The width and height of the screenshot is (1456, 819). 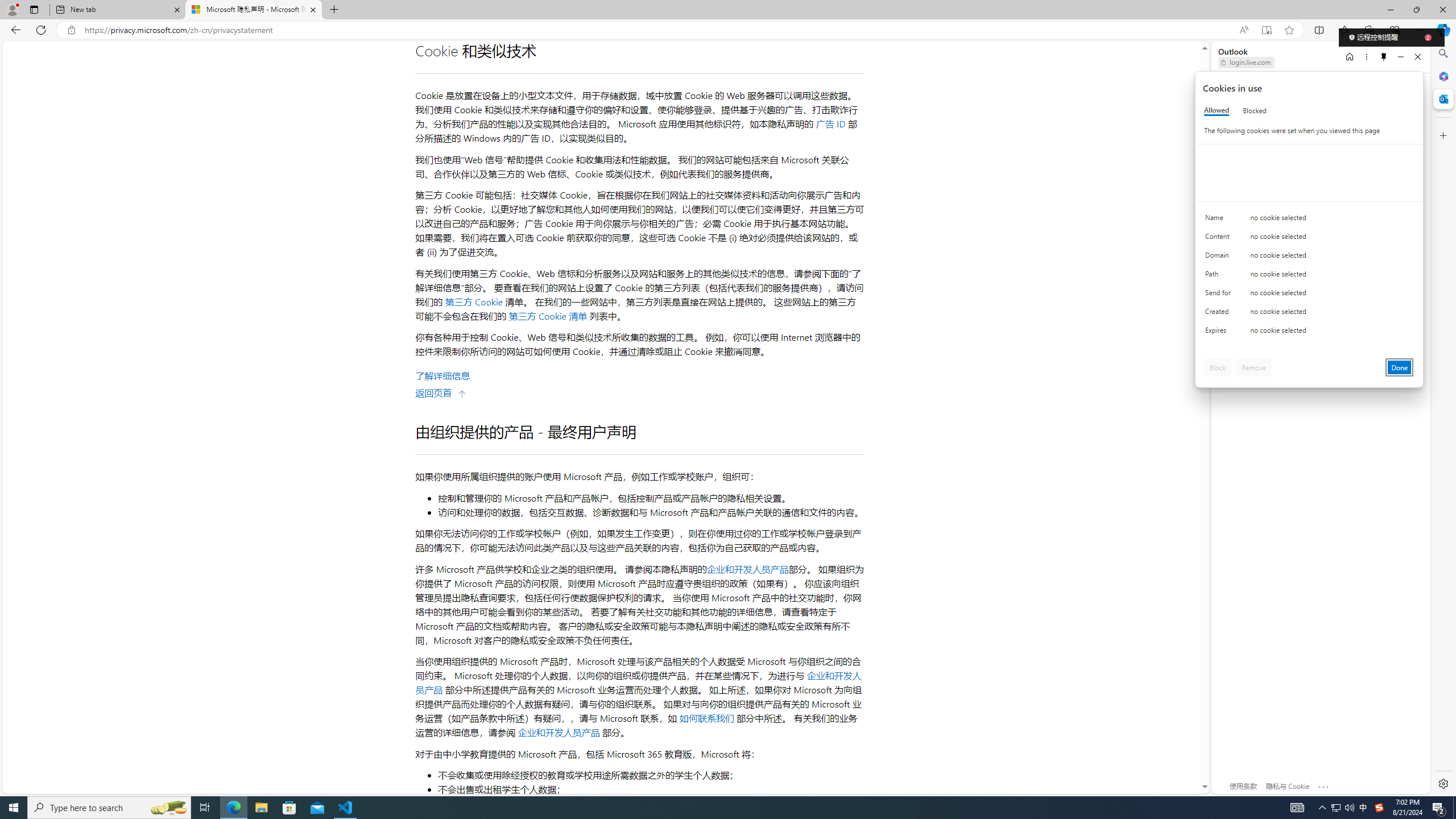 What do you see at coordinates (1309, 220) in the screenshot?
I see `'Class: c0153 c0157 c0154'` at bounding box center [1309, 220].